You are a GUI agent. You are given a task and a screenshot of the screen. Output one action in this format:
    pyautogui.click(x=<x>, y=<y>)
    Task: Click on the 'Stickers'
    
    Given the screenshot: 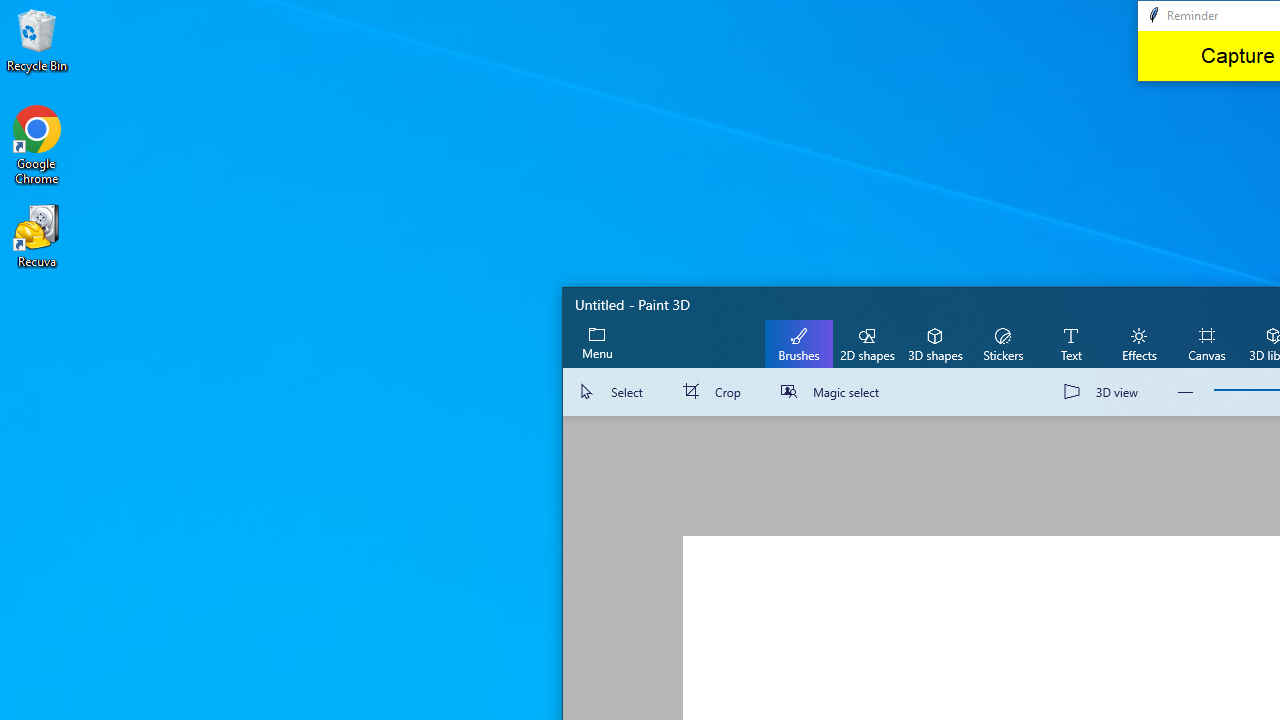 What is the action you would take?
    pyautogui.click(x=1002, y=342)
    